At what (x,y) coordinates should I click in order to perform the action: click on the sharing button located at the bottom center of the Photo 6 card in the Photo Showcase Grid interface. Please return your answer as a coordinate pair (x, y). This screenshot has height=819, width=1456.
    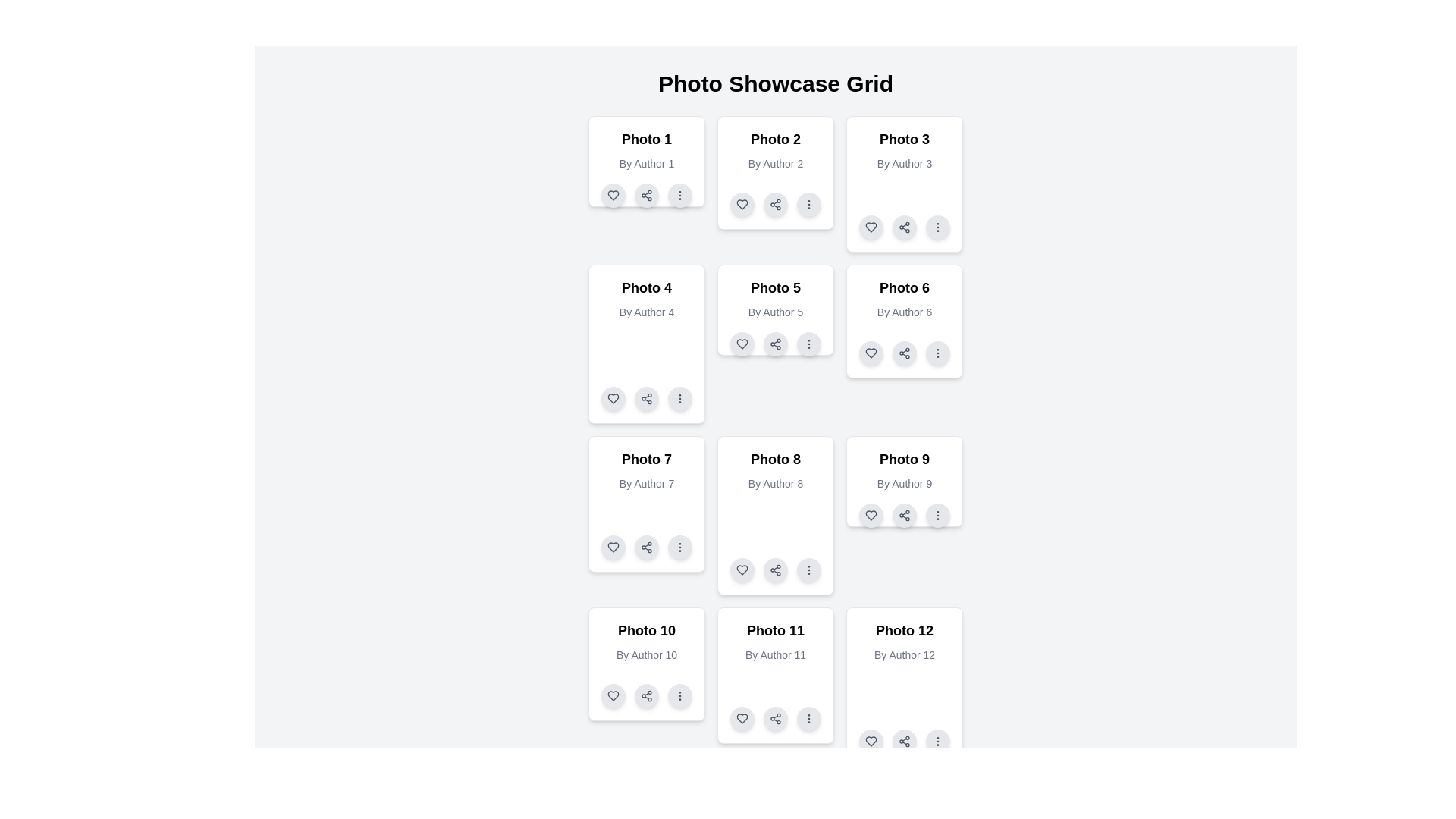
    Looking at the image, I should click on (905, 353).